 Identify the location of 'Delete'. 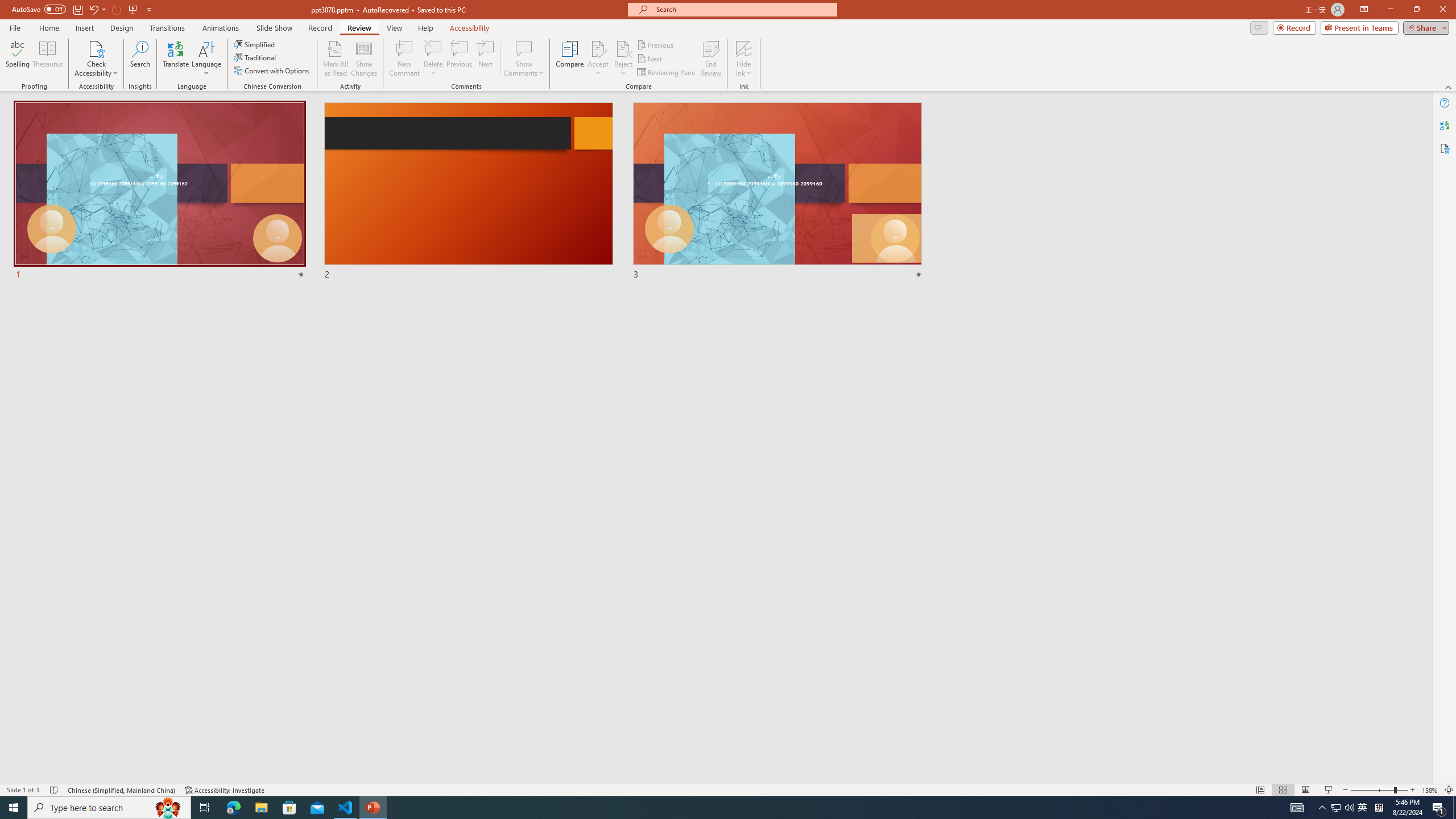
(433, 48).